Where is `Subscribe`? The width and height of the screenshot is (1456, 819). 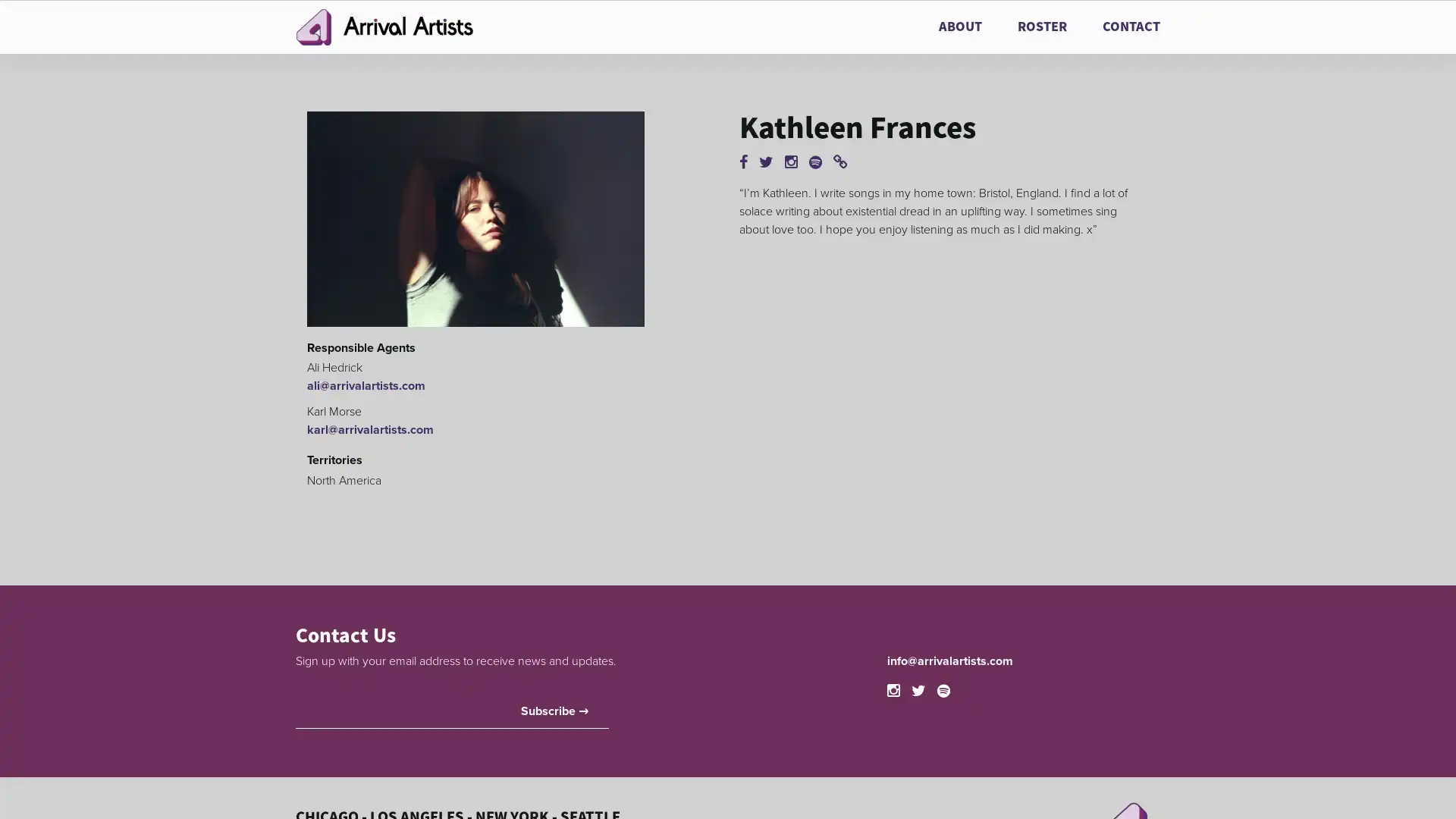 Subscribe is located at coordinates (553, 711).